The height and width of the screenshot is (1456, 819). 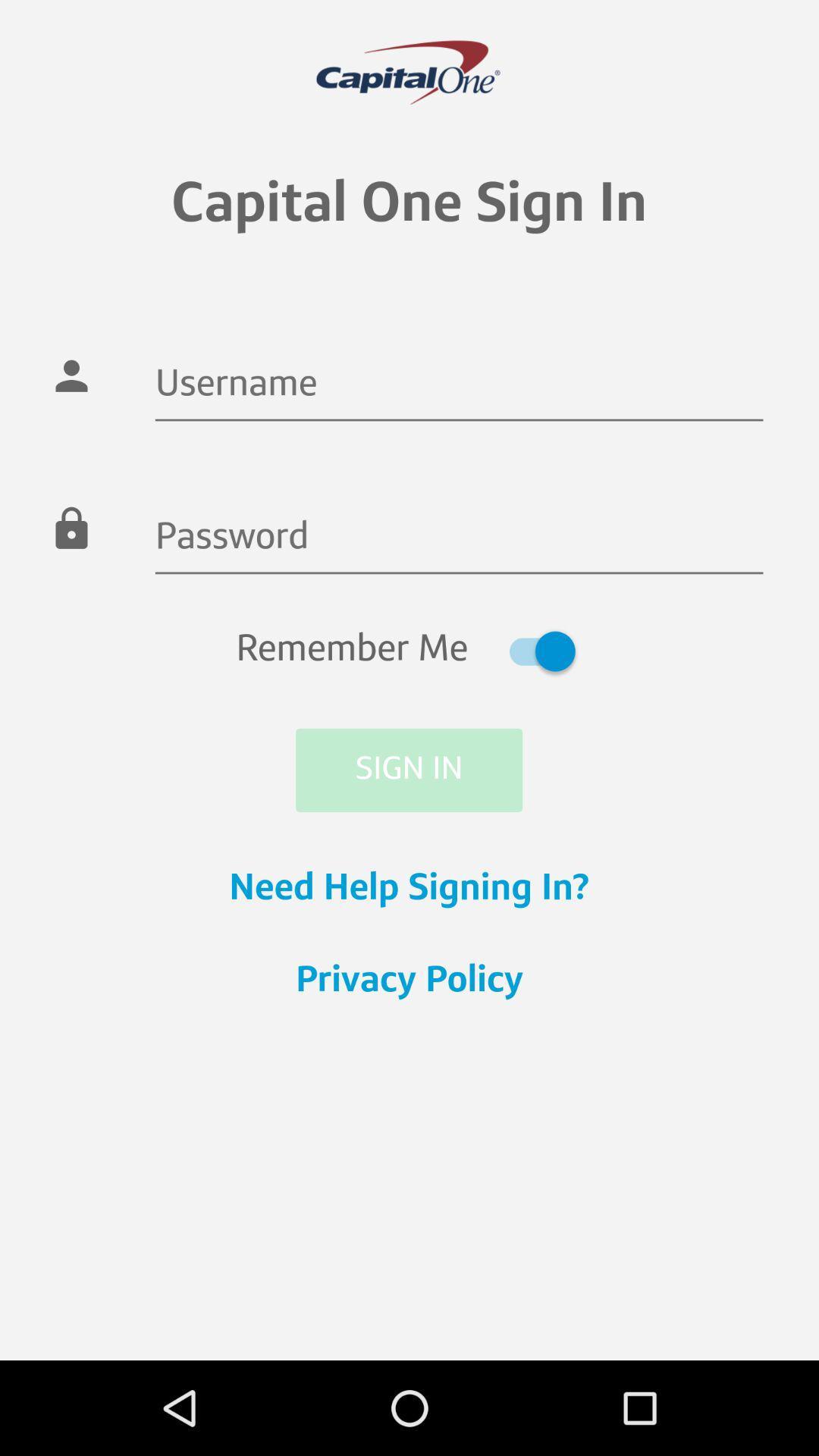 What do you see at coordinates (408, 651) in the screenshot?
I see `item above the sign in icon` at bounding box center [408, 651].